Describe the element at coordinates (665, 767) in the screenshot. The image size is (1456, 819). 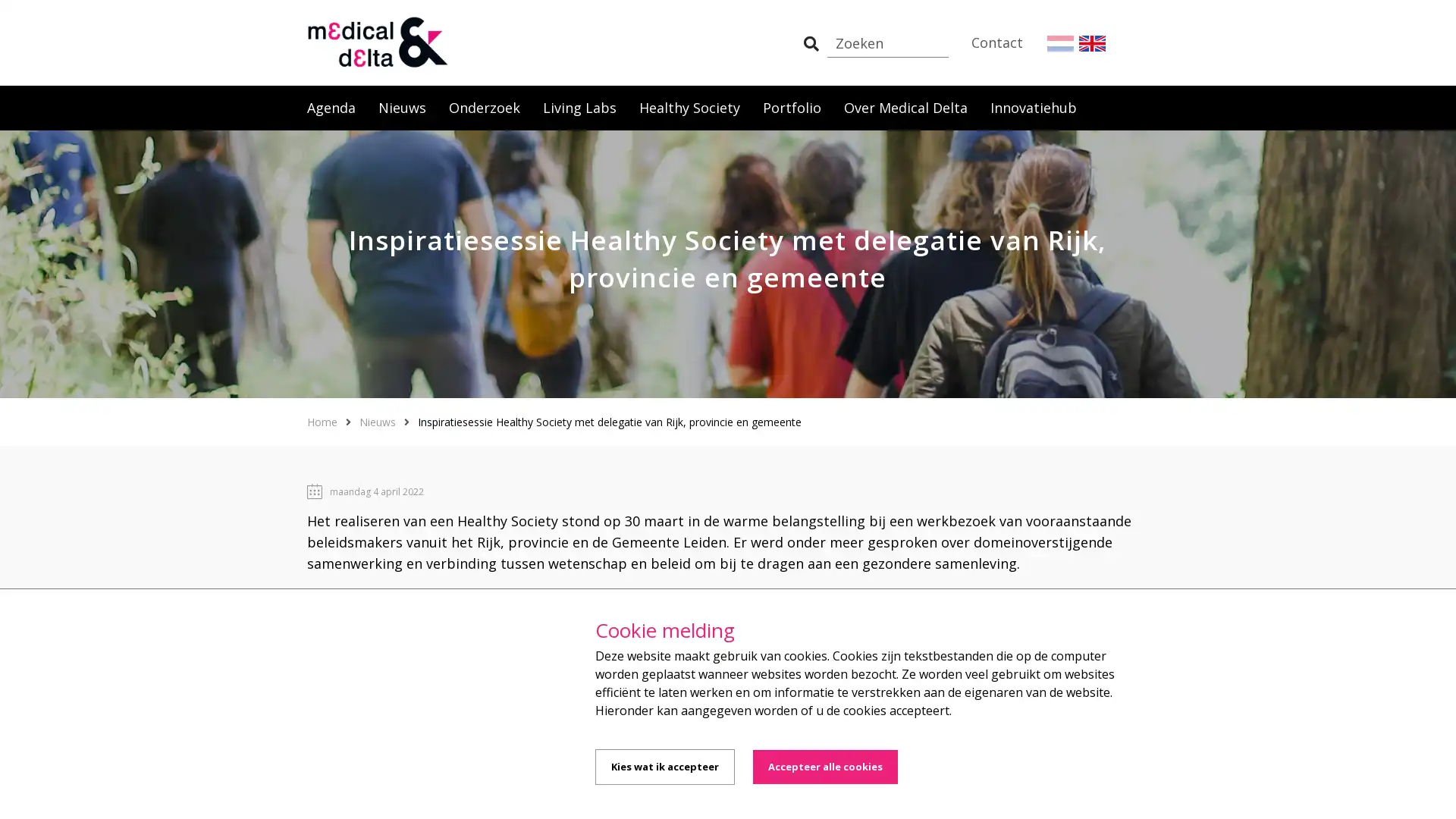
I see `Kies wat ik accepteer` at that location.